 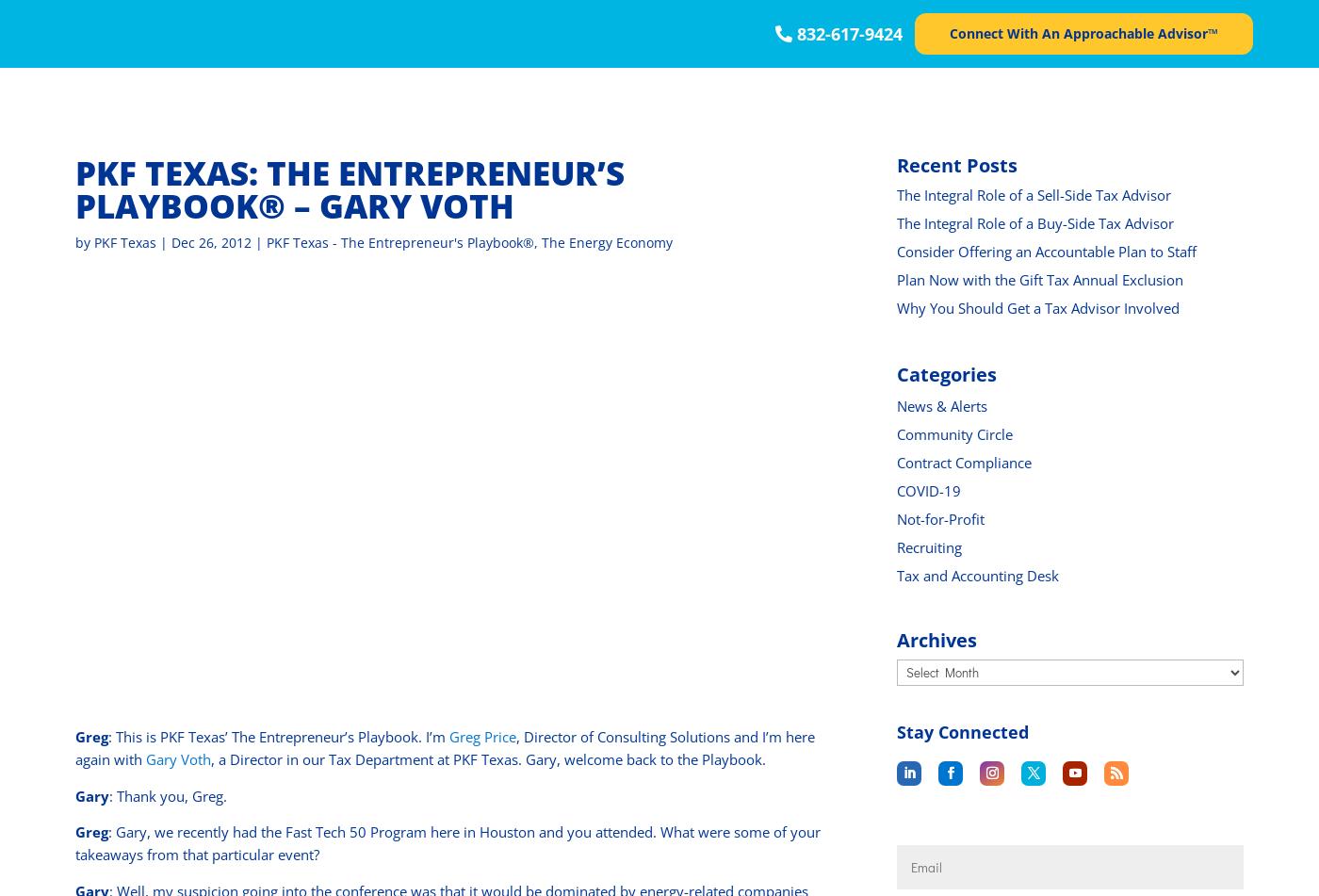 I want to click on ': This has been another Thought Leader Production, brought to you by PKF Texas’ The Entrepreneur’s Playbook. Tune in next week for another chapter and remember if you’re looking for more information on our capabilities in the energy field, go to www.pkftexas.com.', so click(x=452, y=86).